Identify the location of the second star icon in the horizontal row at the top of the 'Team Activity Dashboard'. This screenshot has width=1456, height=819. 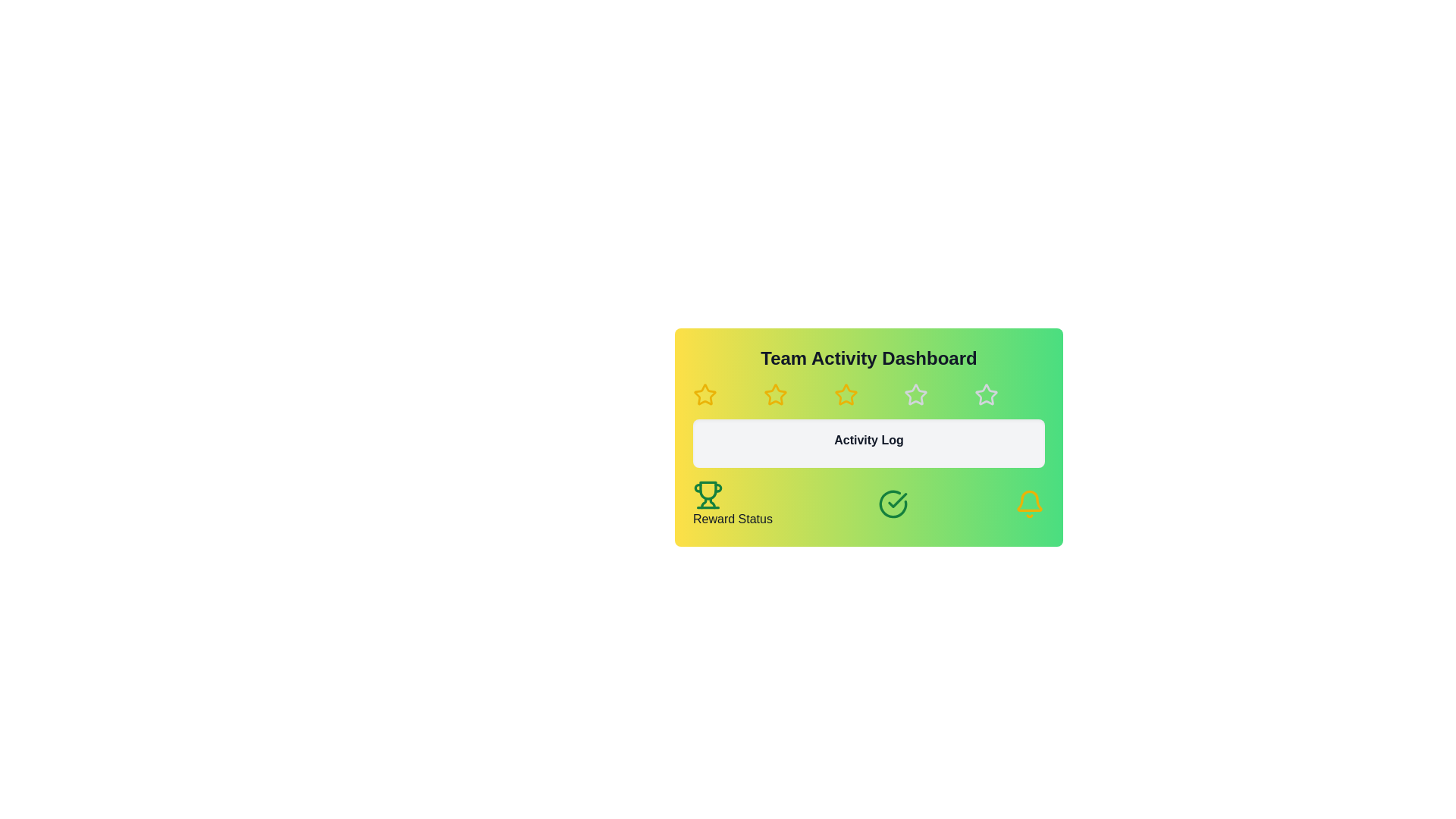
(845, 394).